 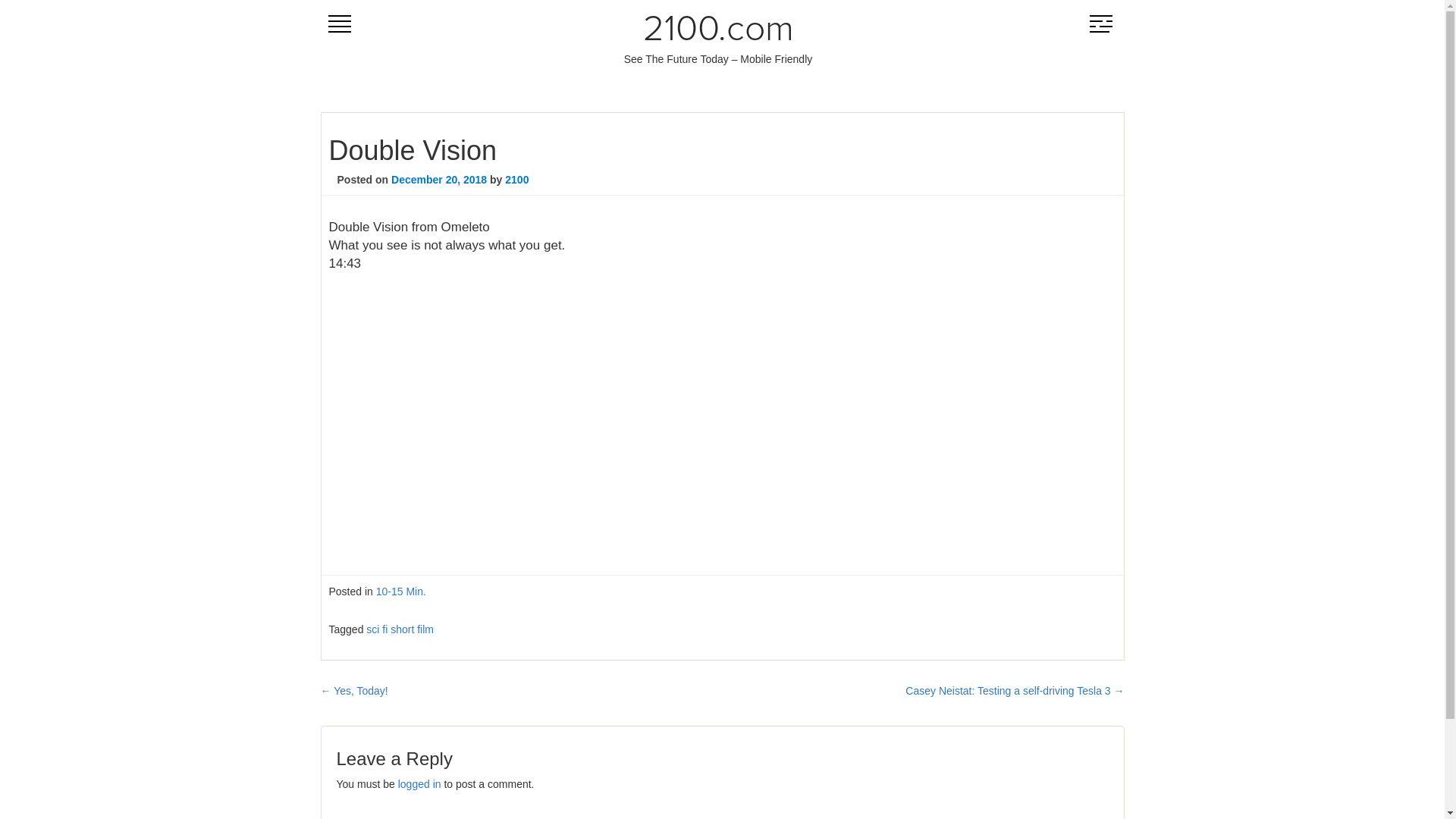 I want to click on '2100.com', so click(x=717, y=29).